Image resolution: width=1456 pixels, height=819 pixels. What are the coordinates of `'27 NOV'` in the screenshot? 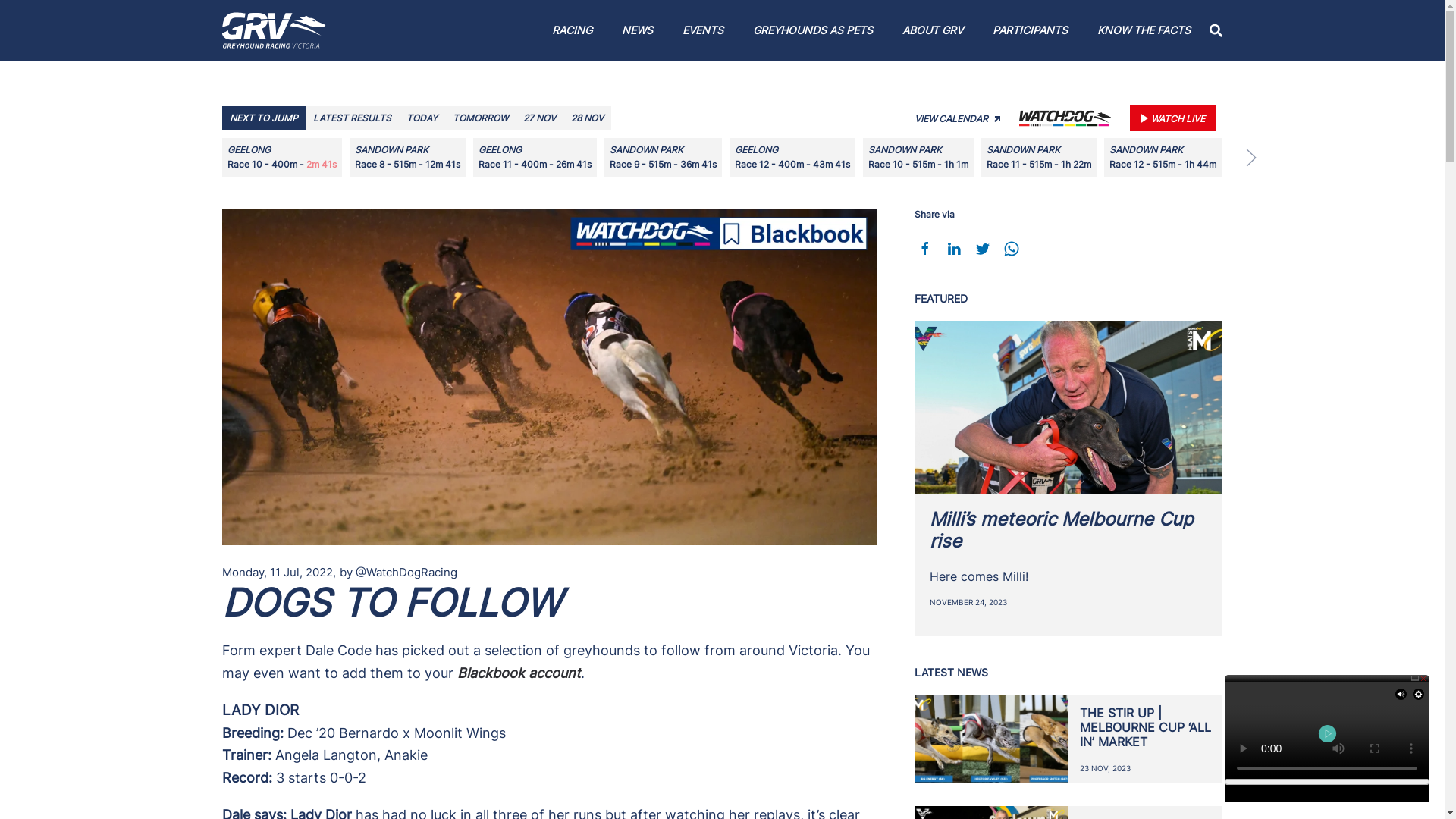 It's located at (539, 117).